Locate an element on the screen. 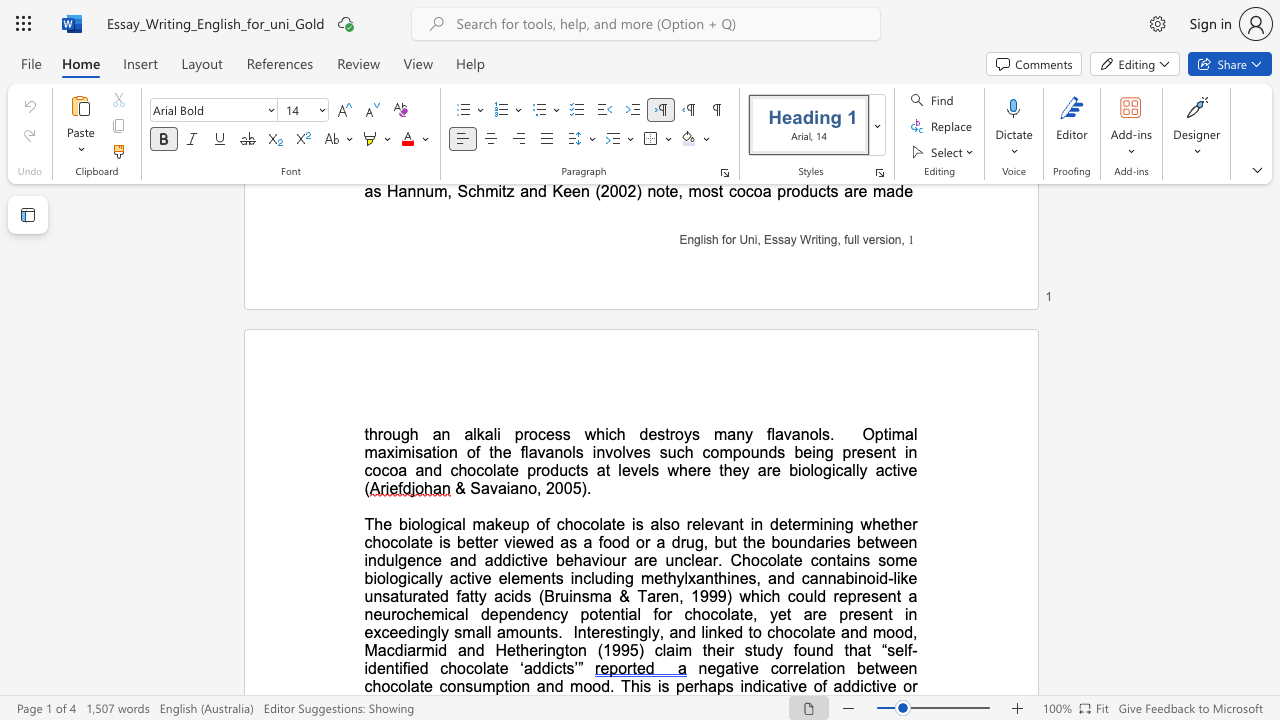 This screenshot has height=720, width=1280. the subset text "ive correlation betwee" within the text "negative correlation between chocolate consumption and mood. This is" is located at coordinates (737, 668).